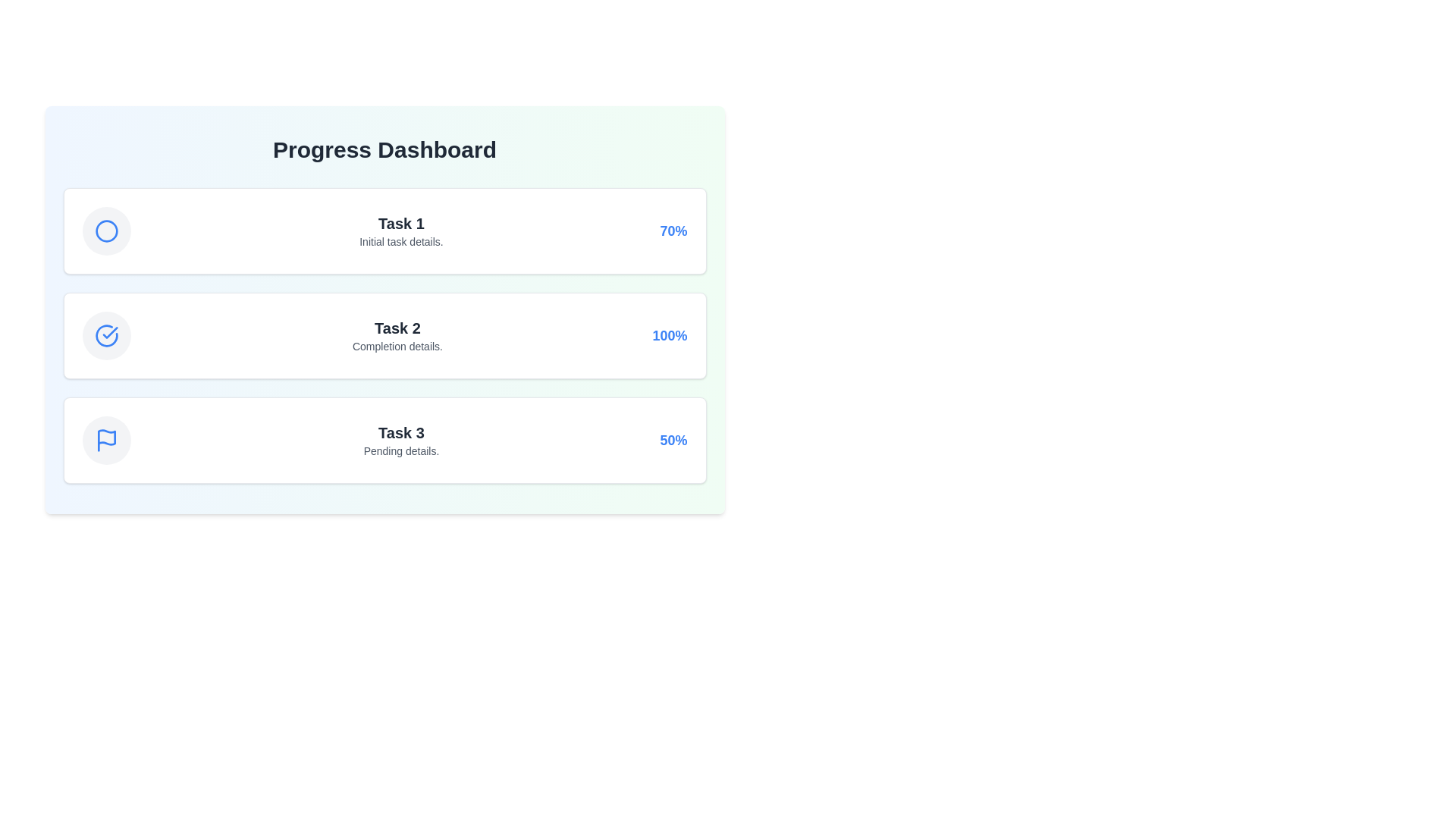 The height and width of the screenshot is (819, 1456). What do you see at coordinates (105, 231) in the screenshot?
I see `the Icon associated with Task 1, which is located on the left side of the text 'Task 1' and 'Initial task details.'` at bounding box center [105, 231].